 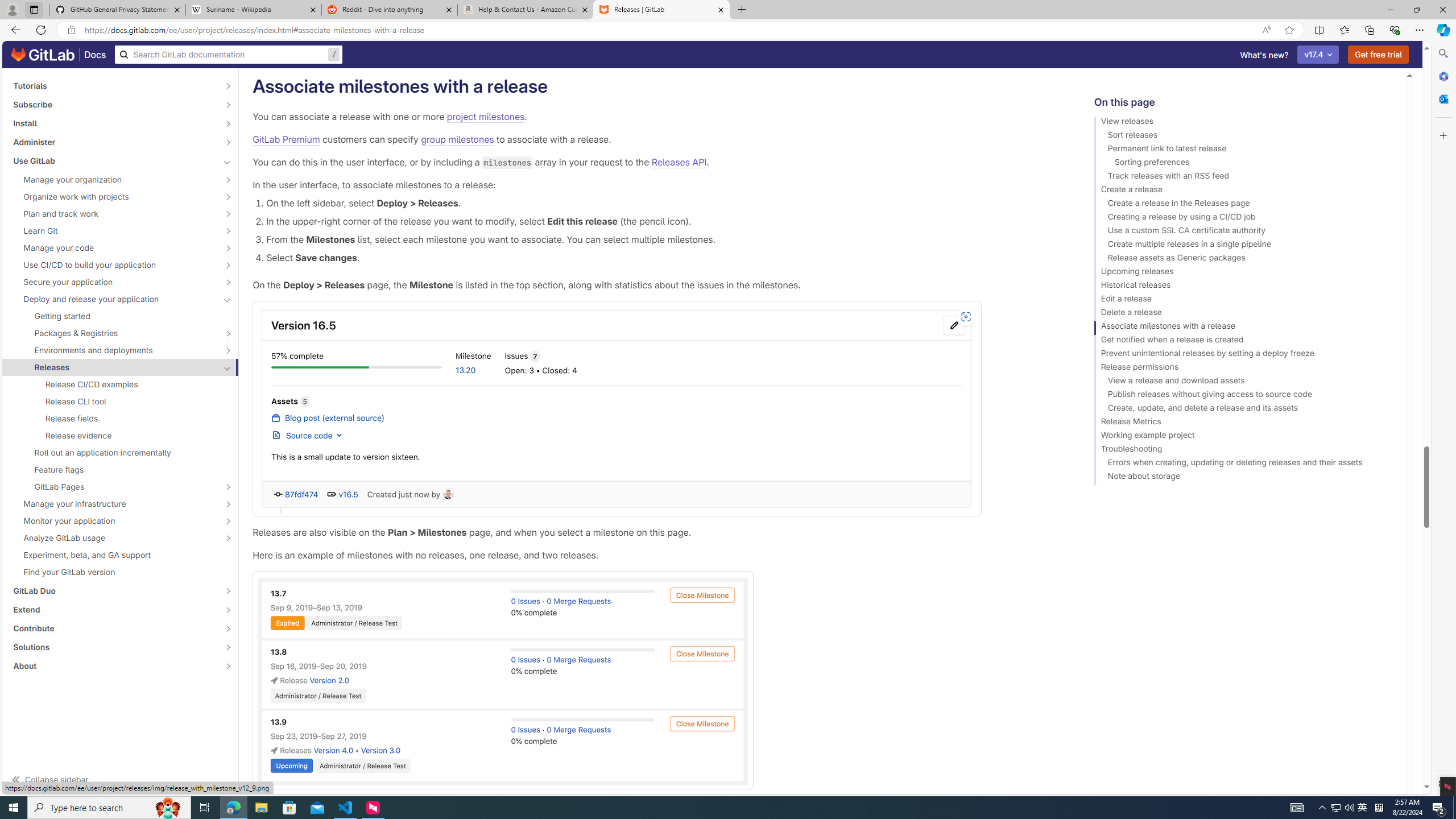 What do you see at coordinates (1244, 231) in the screenshot?
I see `'Use a custom SSL CA certificate authority'` at bounding box center [1244, 231].